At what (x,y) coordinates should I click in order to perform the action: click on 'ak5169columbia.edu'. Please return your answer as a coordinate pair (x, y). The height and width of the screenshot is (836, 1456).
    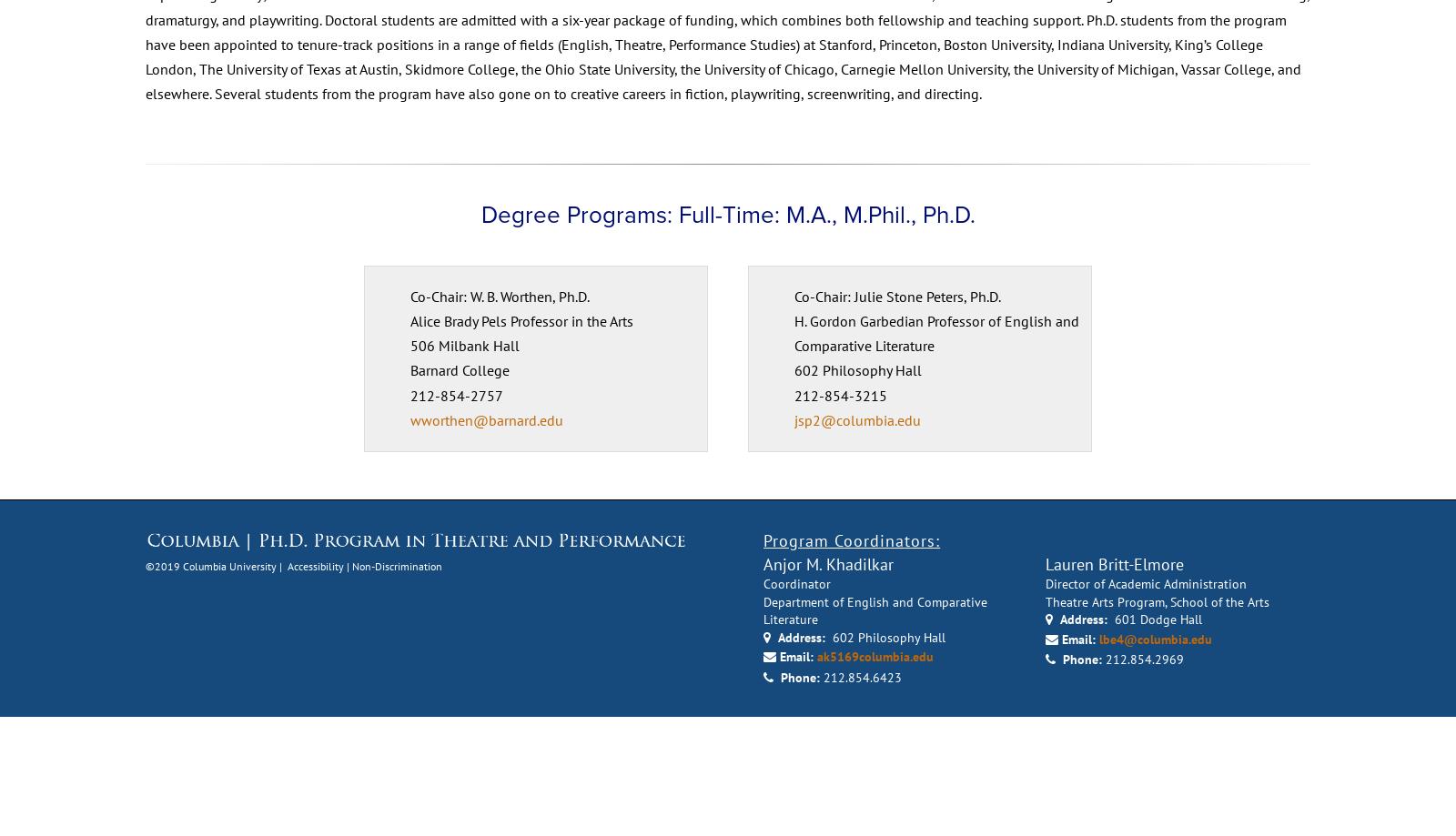
    Looking at the image, I should click on (812, 774).